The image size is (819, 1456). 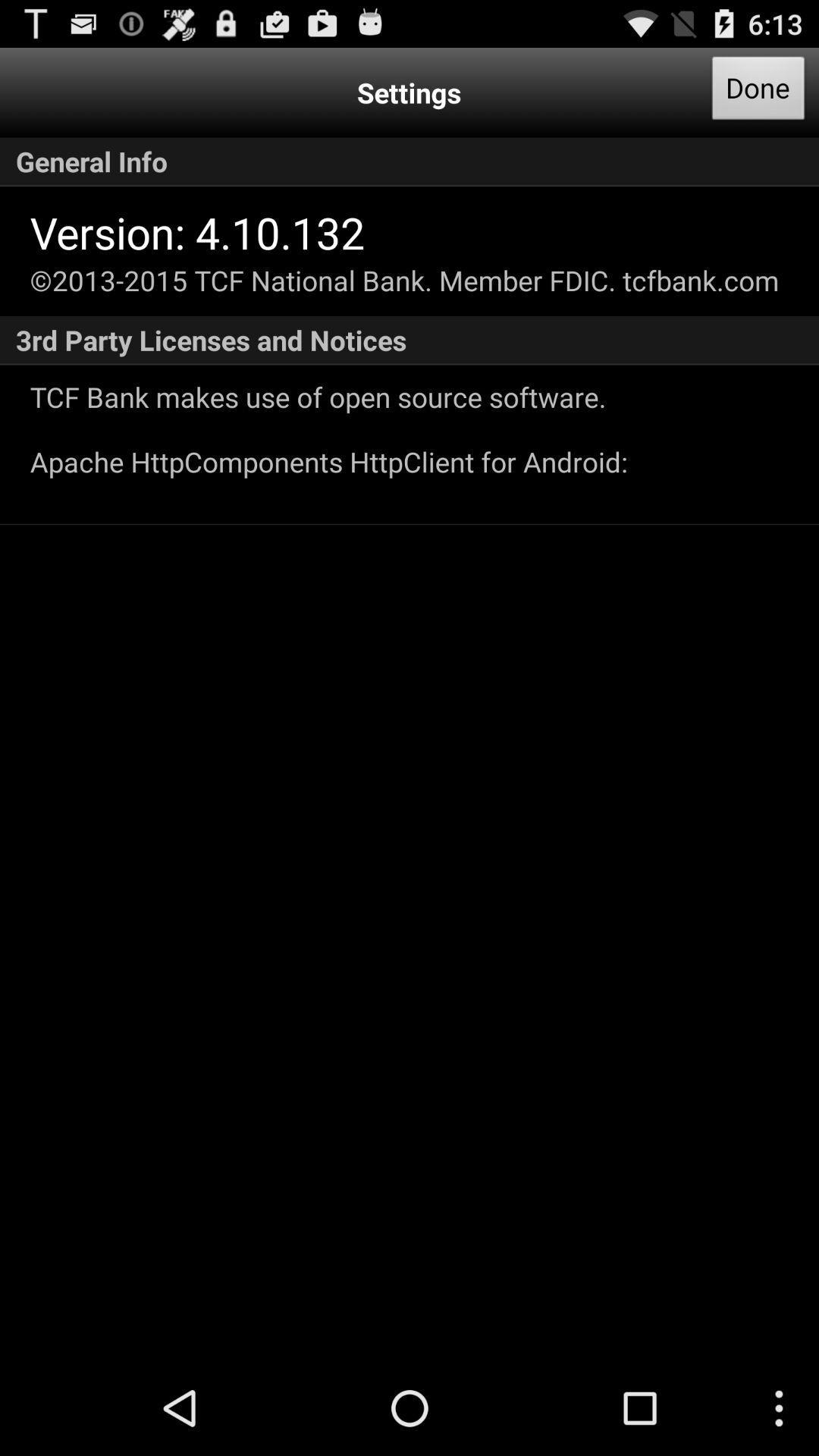 I want to click on item above version 4 10 app, so click(x=409, y=162).